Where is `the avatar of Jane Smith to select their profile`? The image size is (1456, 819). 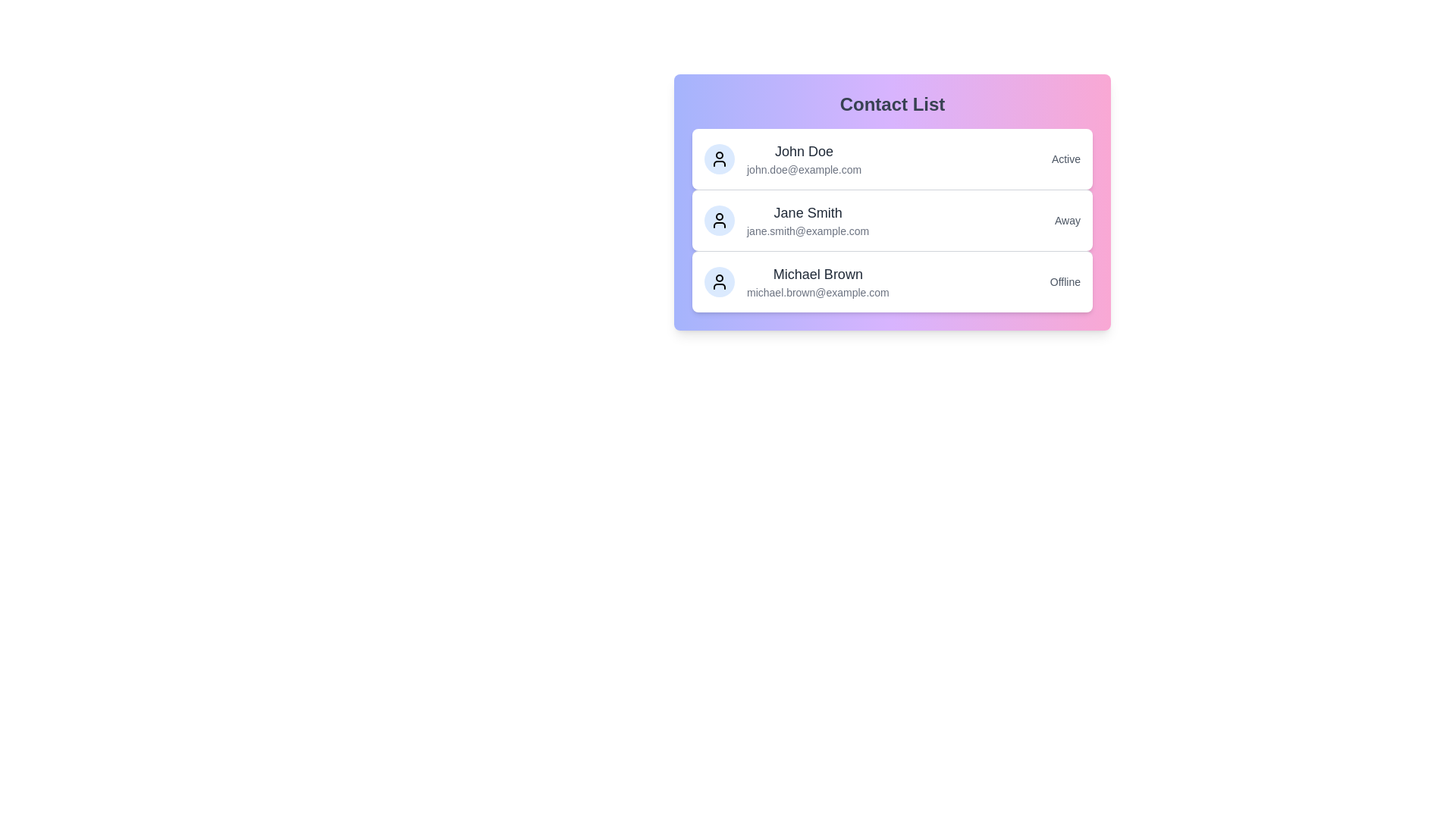
the avatar of Jane Smith to select their profile is located at coordinates (719, 220).